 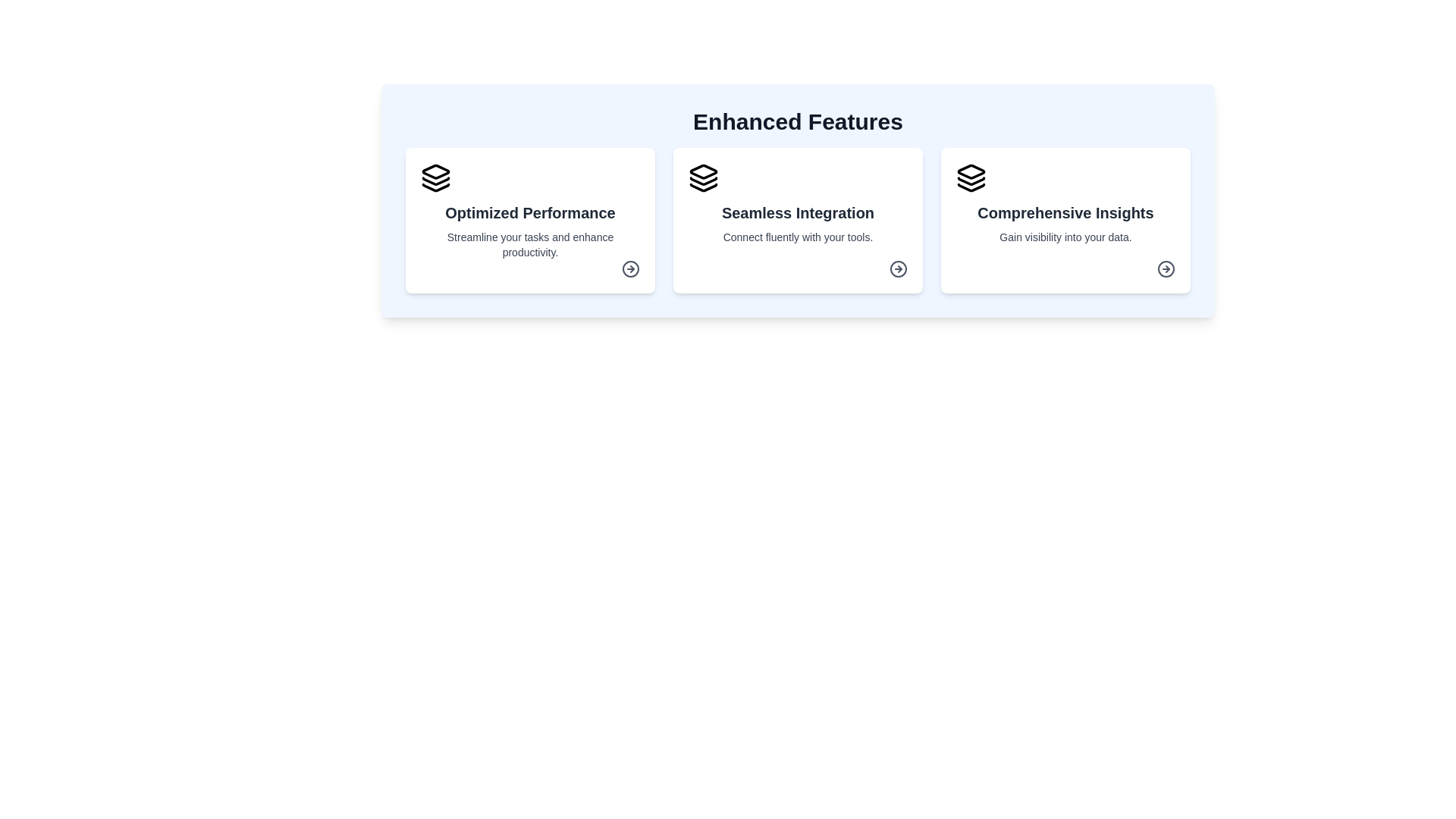 I want to click on the static text label that provides additional information about the card's heading 'Comprehensive Insights', located within the rightmost card labeled 'Enhanced Features', so click(x=1065, y=244).